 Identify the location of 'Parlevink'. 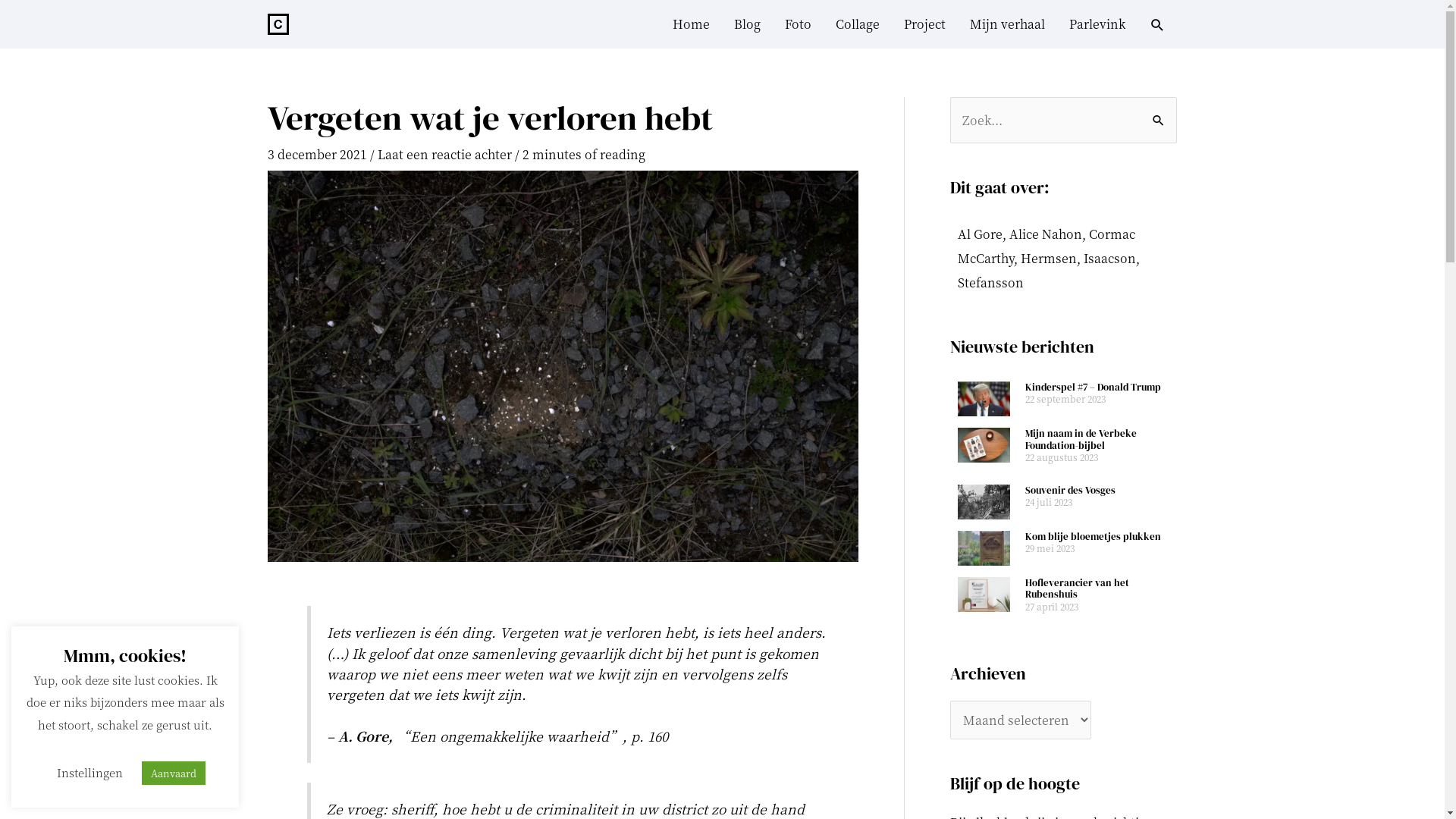
(1097, 24).